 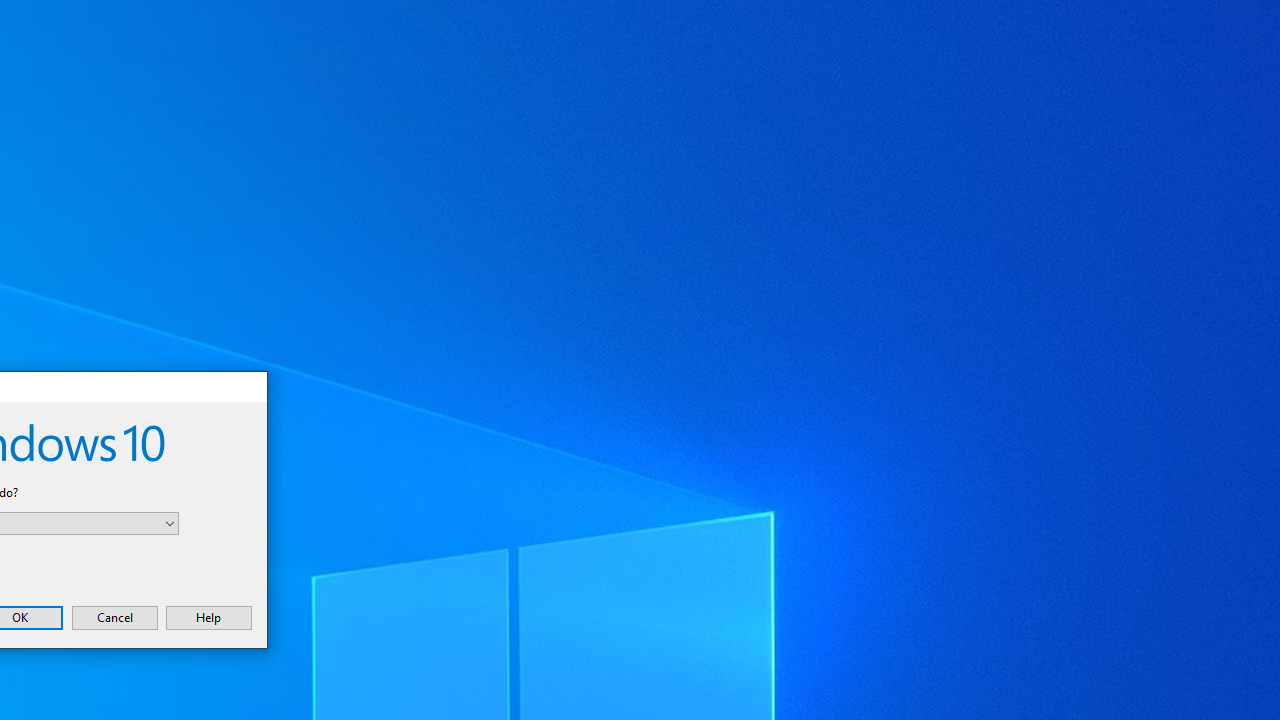 What do you see at coordinates (113, 616) in the screenshot?
I see `'Cancel'` at bounding box center [113, 616].